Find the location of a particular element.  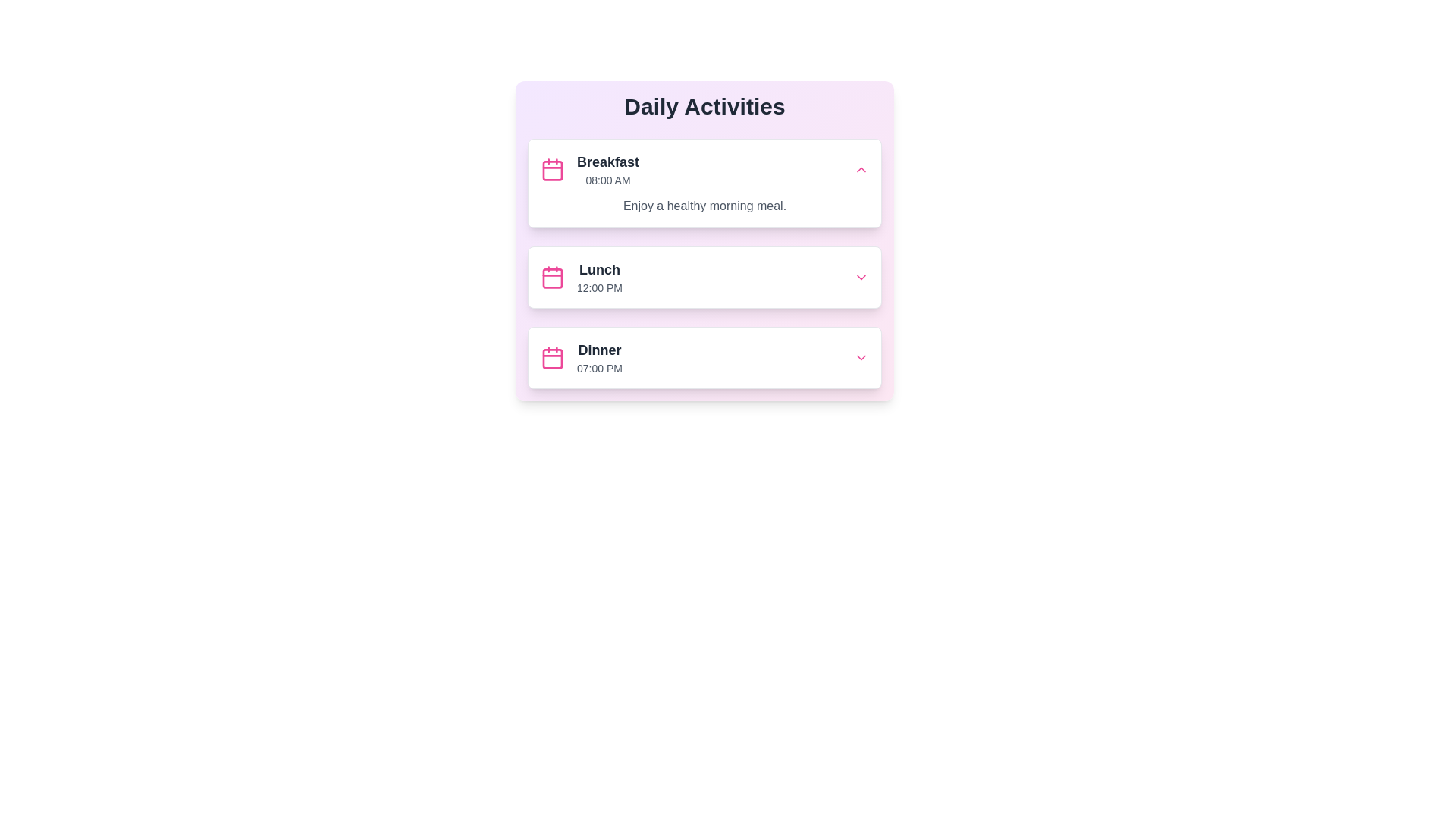

the 'Breakfast' text block located in the 'Daily Activities' panel, which displays 'Breakfast' in bold and '08:00 AM' in a smaller font, positioned next to a pink calendar icon is located at coordinates (607, 169).